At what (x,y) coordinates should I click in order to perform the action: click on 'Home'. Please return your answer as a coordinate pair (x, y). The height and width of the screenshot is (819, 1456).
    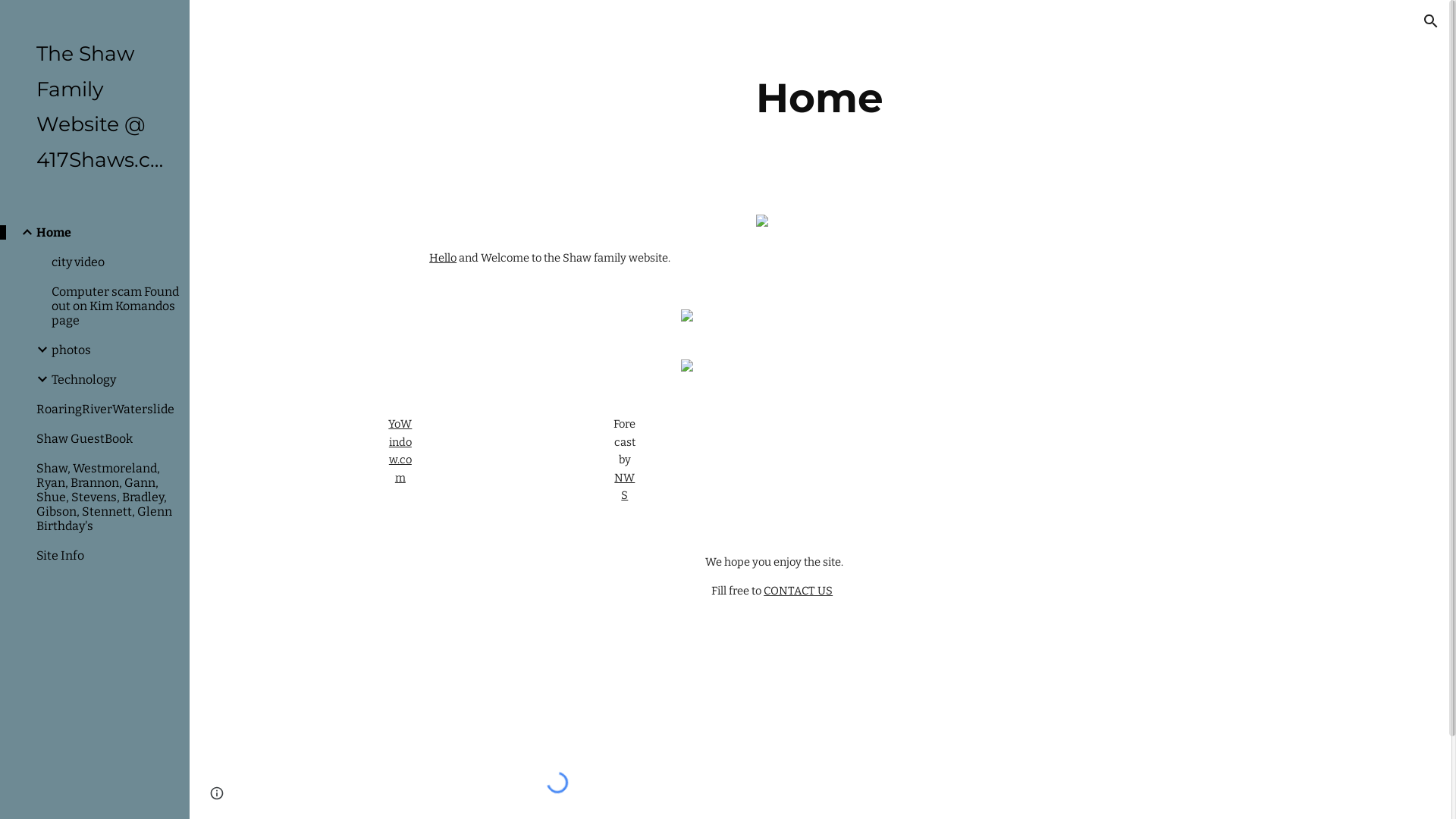
    Looking at the image, I should click on (105, 232).